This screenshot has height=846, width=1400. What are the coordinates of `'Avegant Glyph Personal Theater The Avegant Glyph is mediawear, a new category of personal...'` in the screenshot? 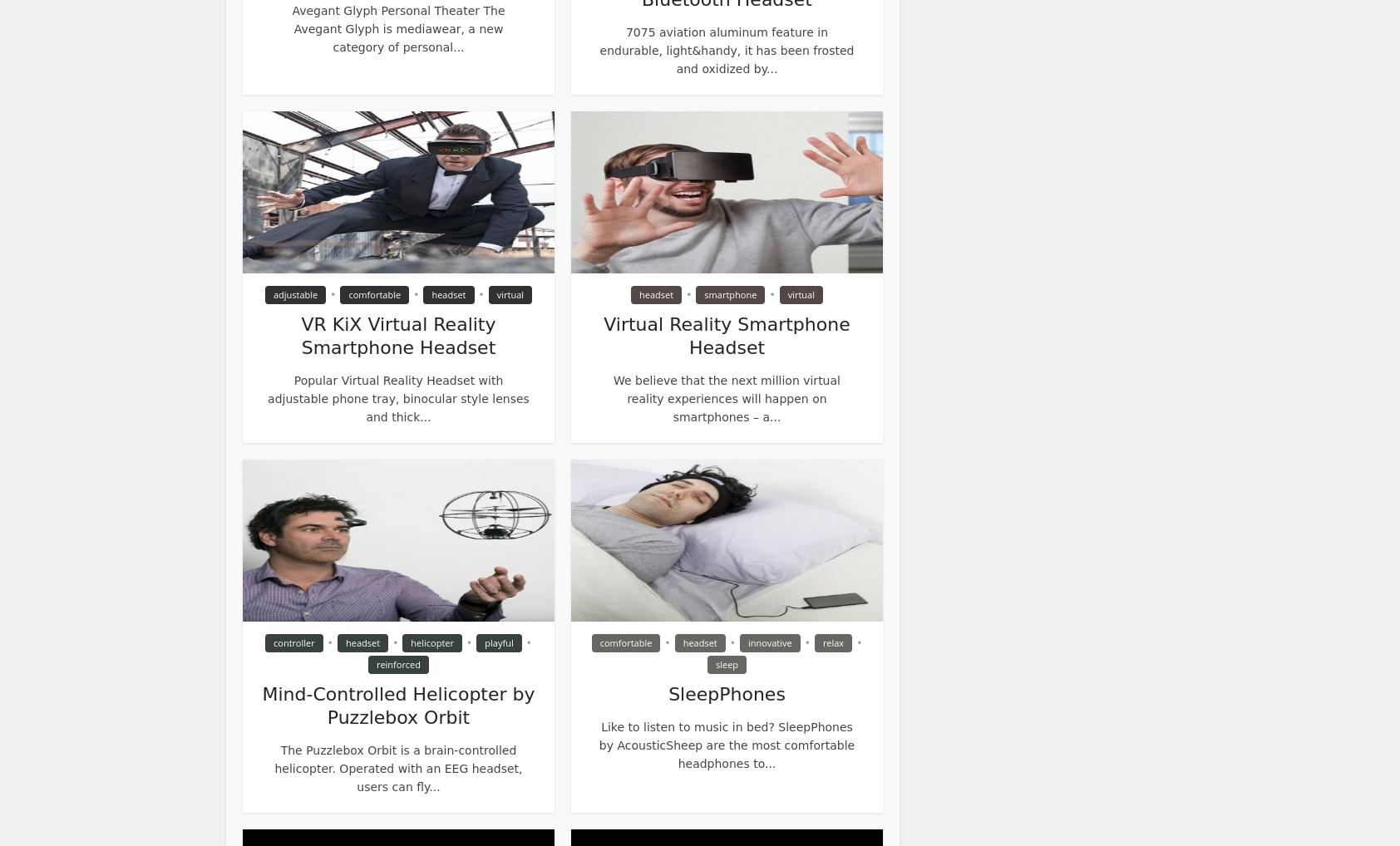 It's located at (397, 28).